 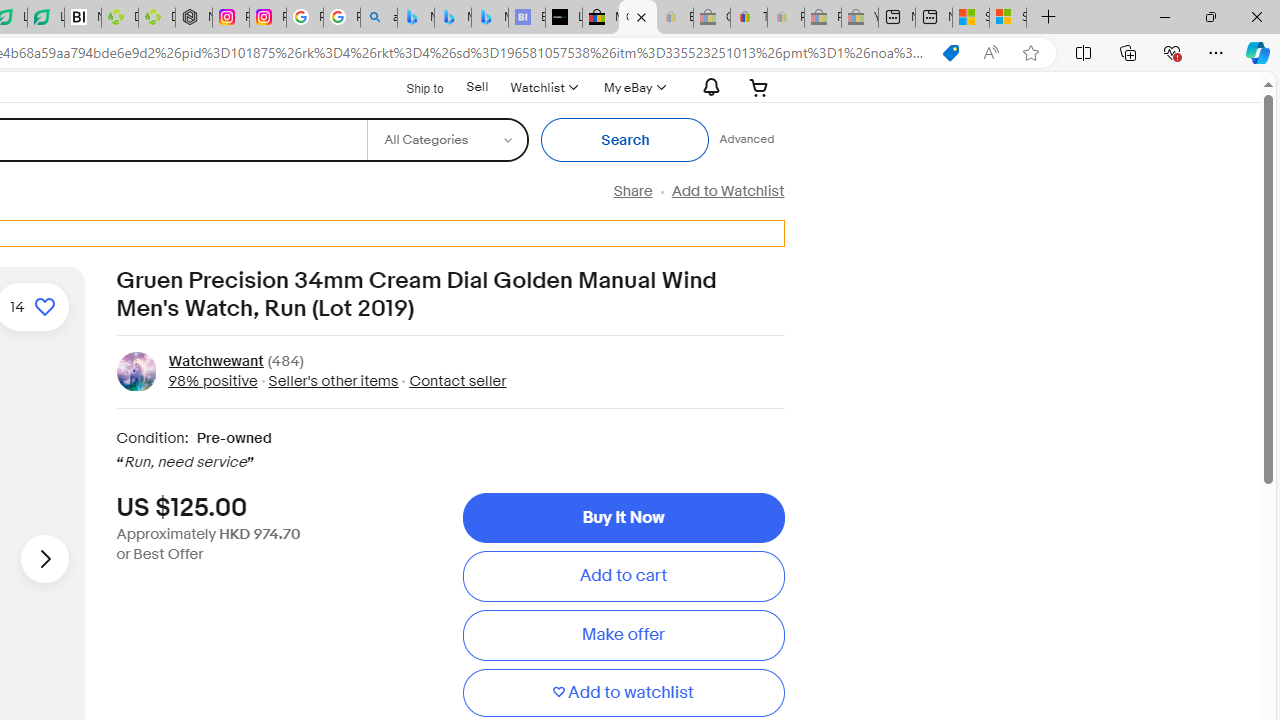 I want to click on 'Microsoft Bing Travel - Shangri-La Hotel Bangkok', so click(x=490, y=17).